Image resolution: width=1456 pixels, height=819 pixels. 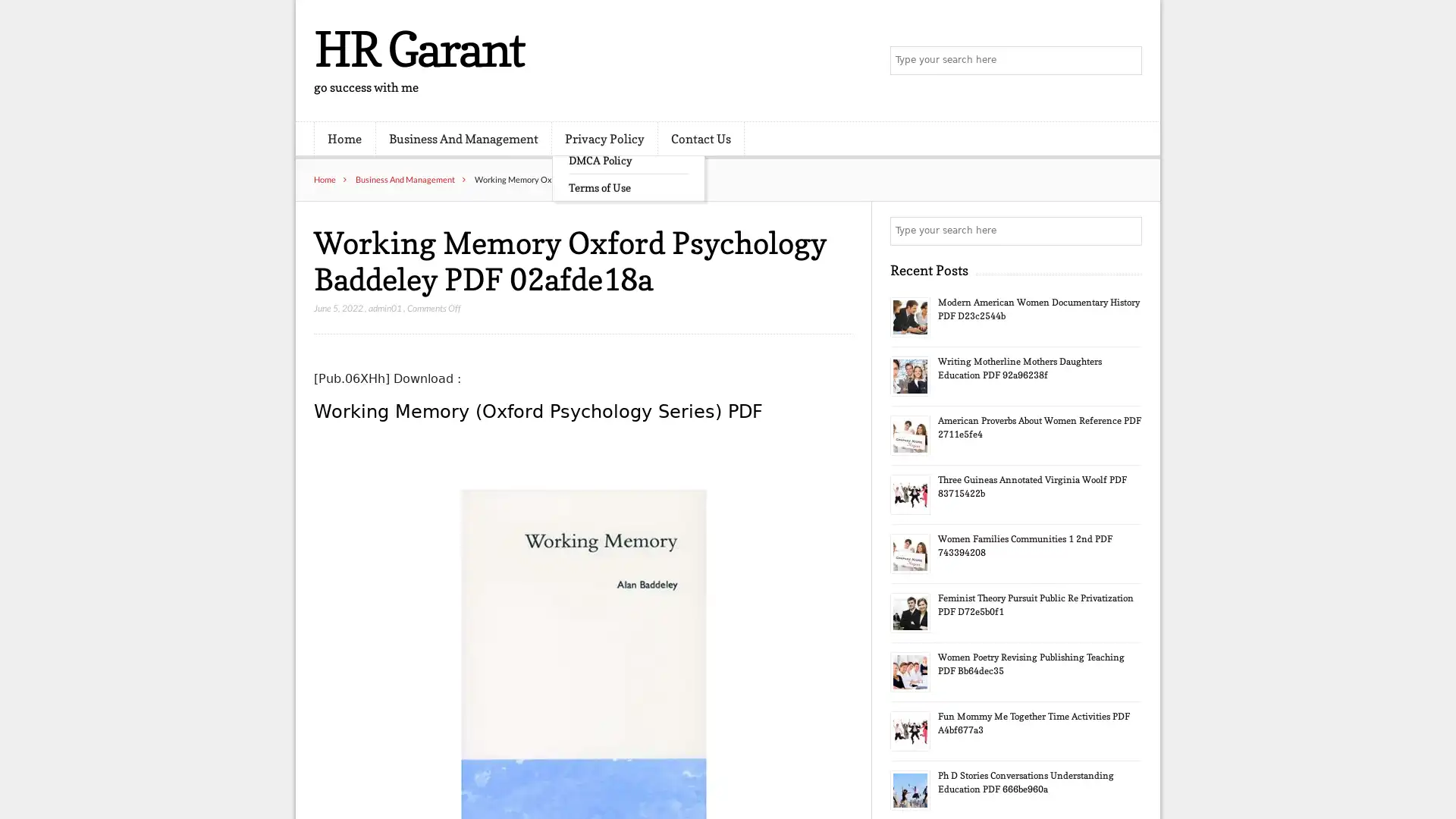 What do you see at coordinates (1126, 231) in the screenshot?
I see `Search` at bounding box center [1126, 231].